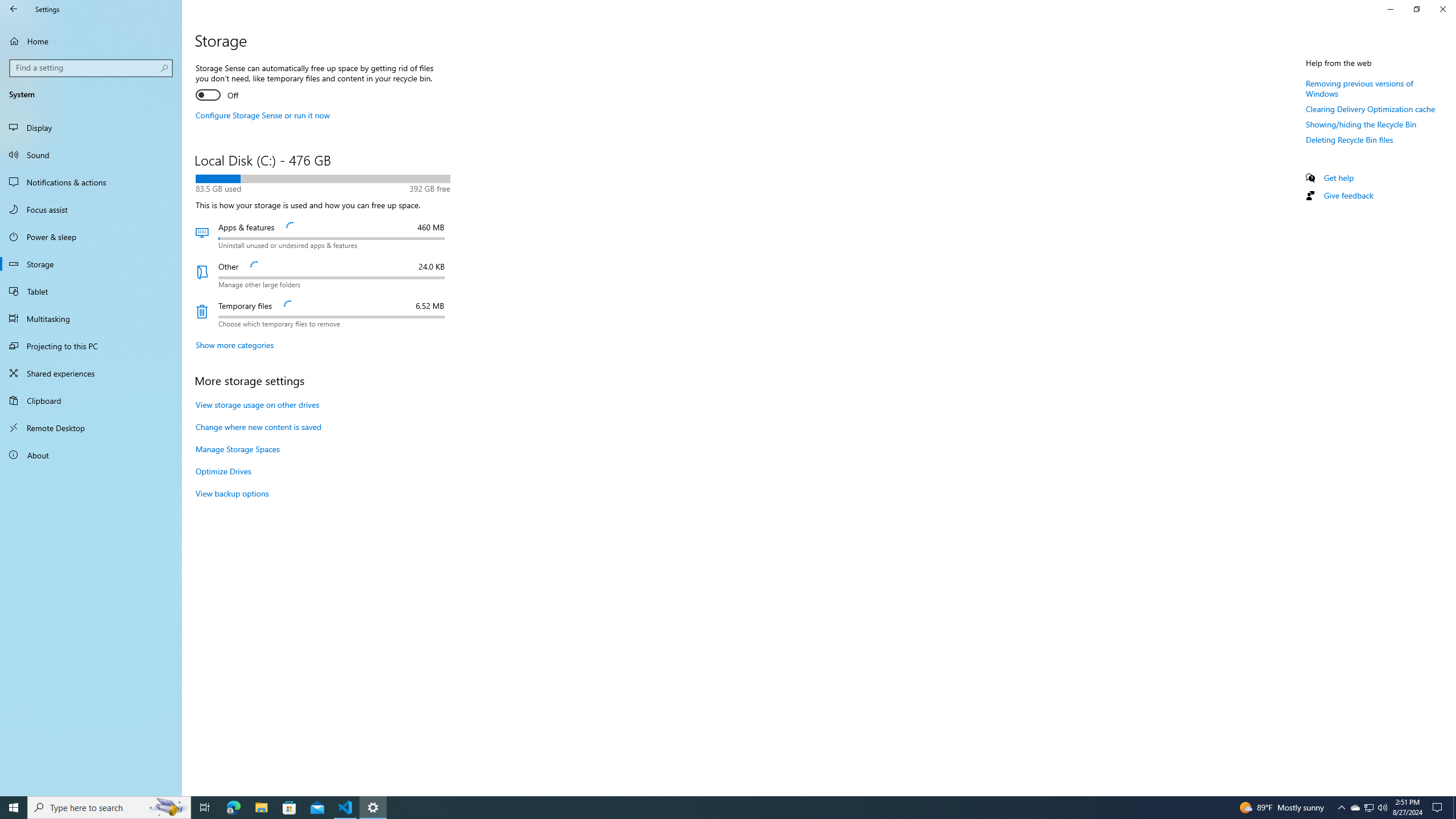 The image size is (1456, 819). Describe the element at coordinates (90, 236) in the screenshot. I see `'Power & sleep'` at that location.